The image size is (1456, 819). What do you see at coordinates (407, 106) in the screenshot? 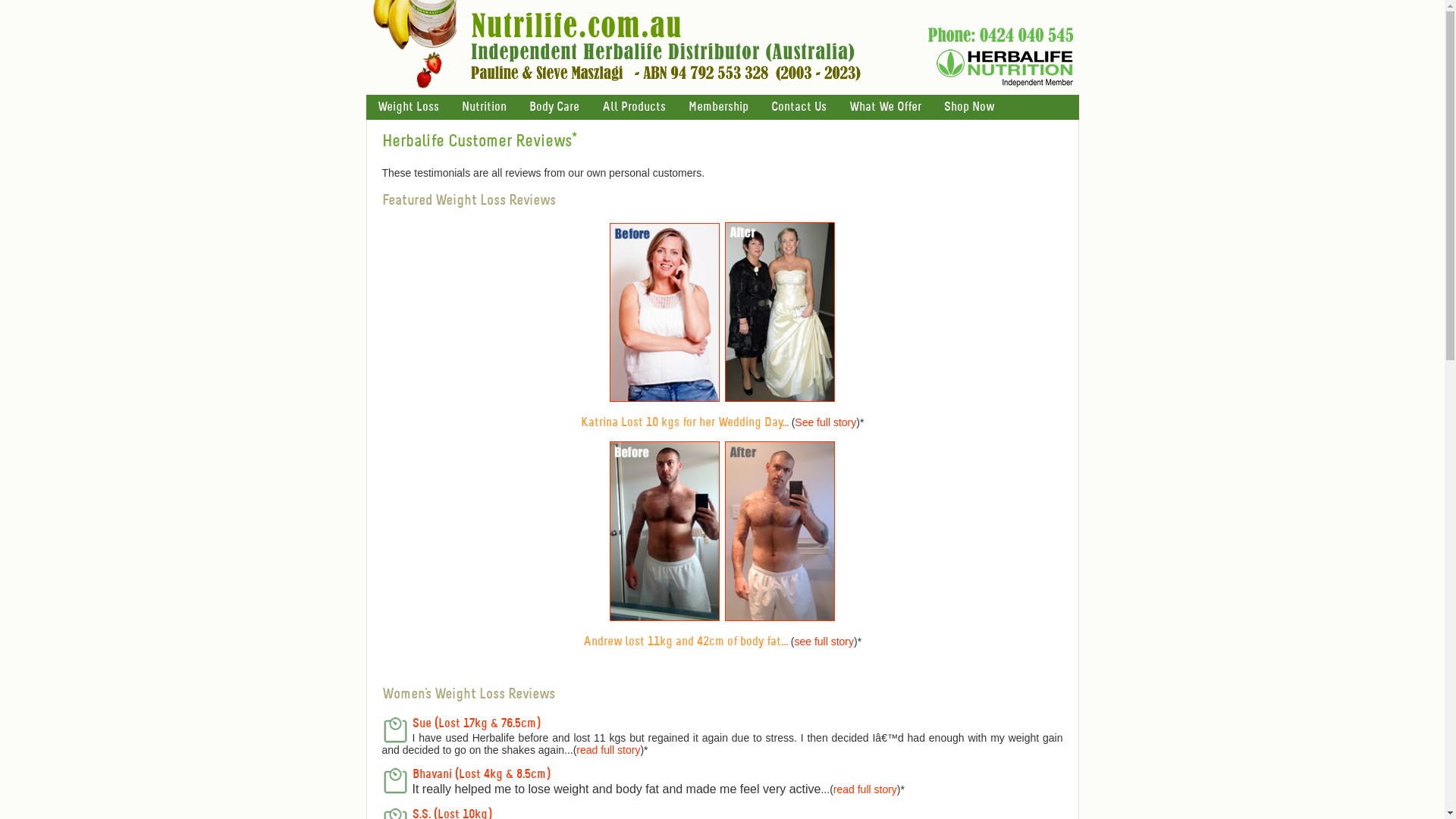
I see `'Weight Loss'` at bounding box center [407, 106].